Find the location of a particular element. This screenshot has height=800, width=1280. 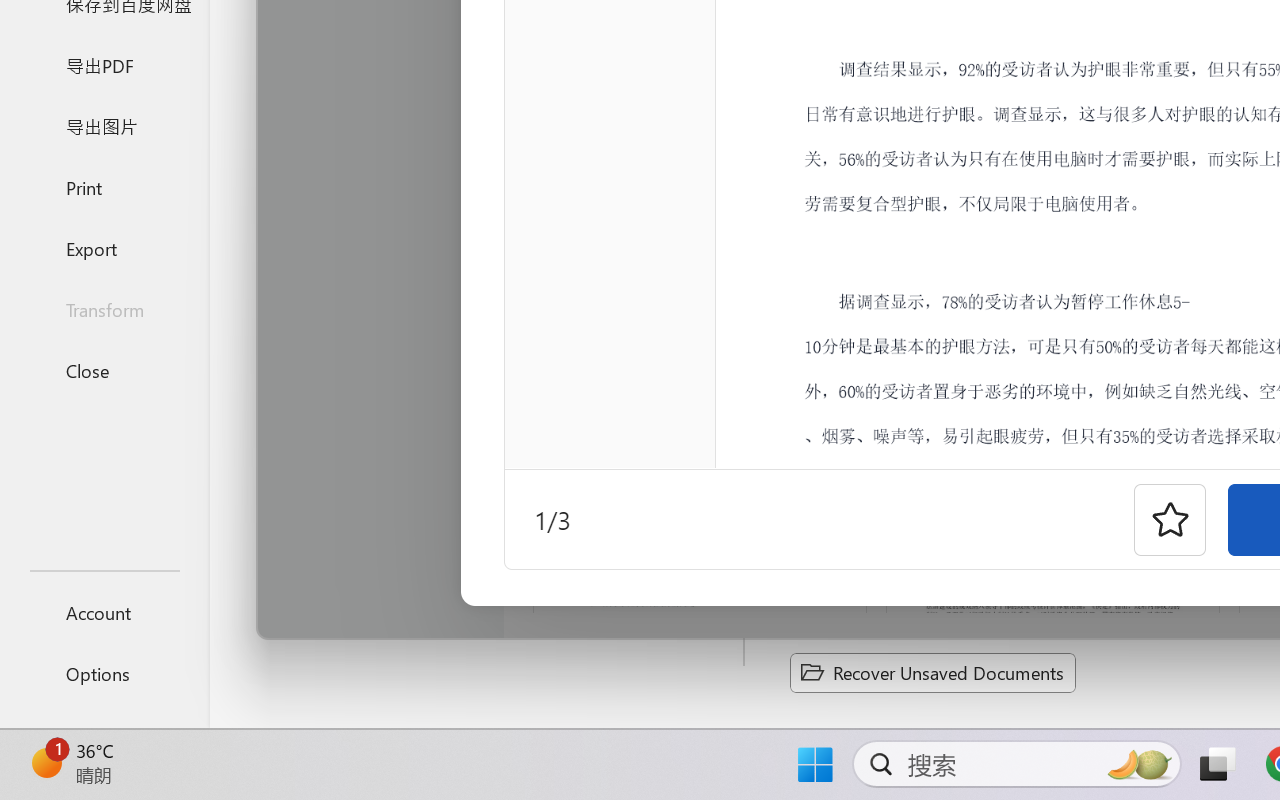

'Recover Unsaved Documents' is located at coordinates (932, 672).